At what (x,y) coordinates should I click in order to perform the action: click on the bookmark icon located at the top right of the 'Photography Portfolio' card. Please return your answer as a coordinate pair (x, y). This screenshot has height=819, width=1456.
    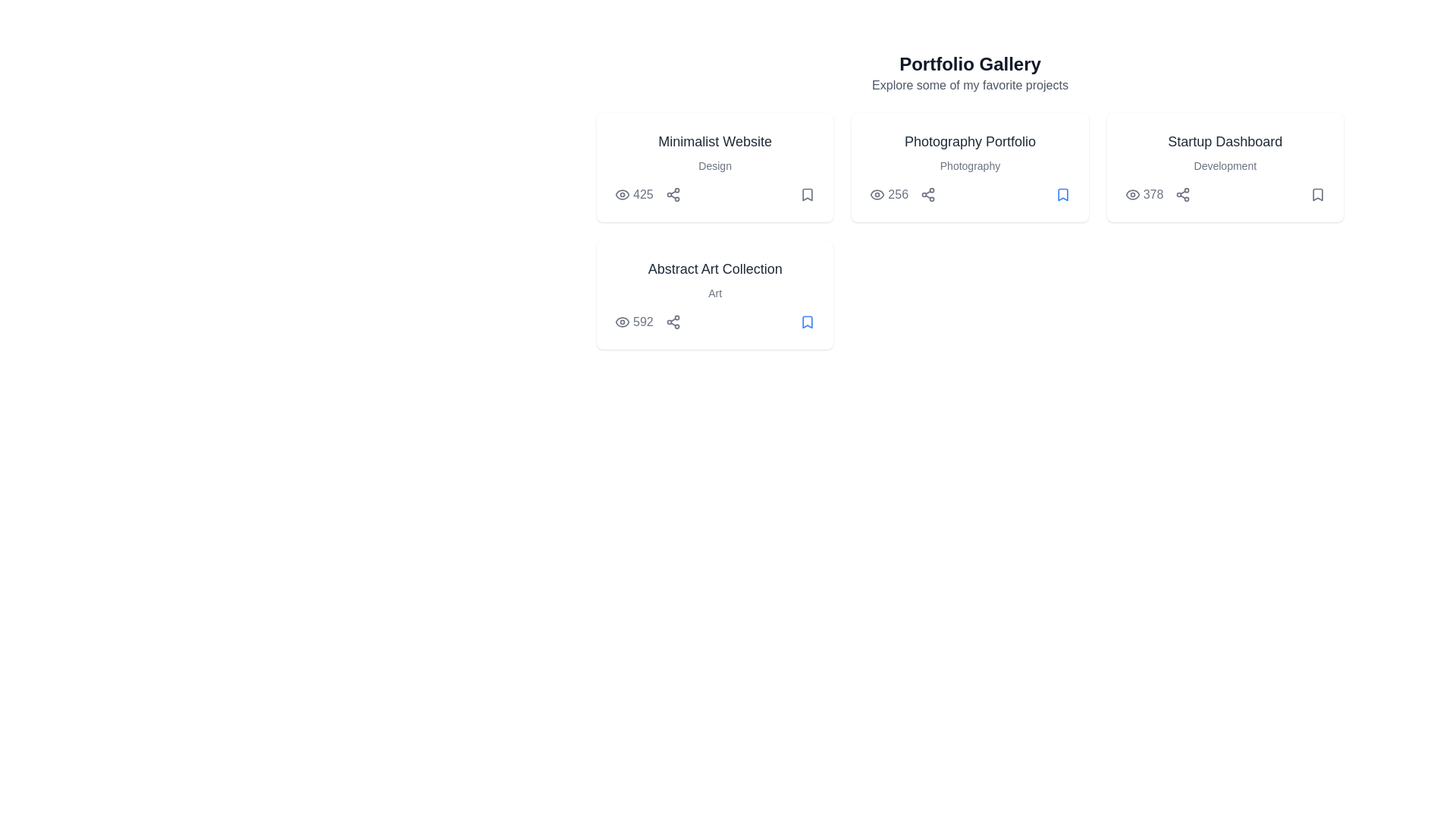
    Looking at the image, I should click on (1062, 194).